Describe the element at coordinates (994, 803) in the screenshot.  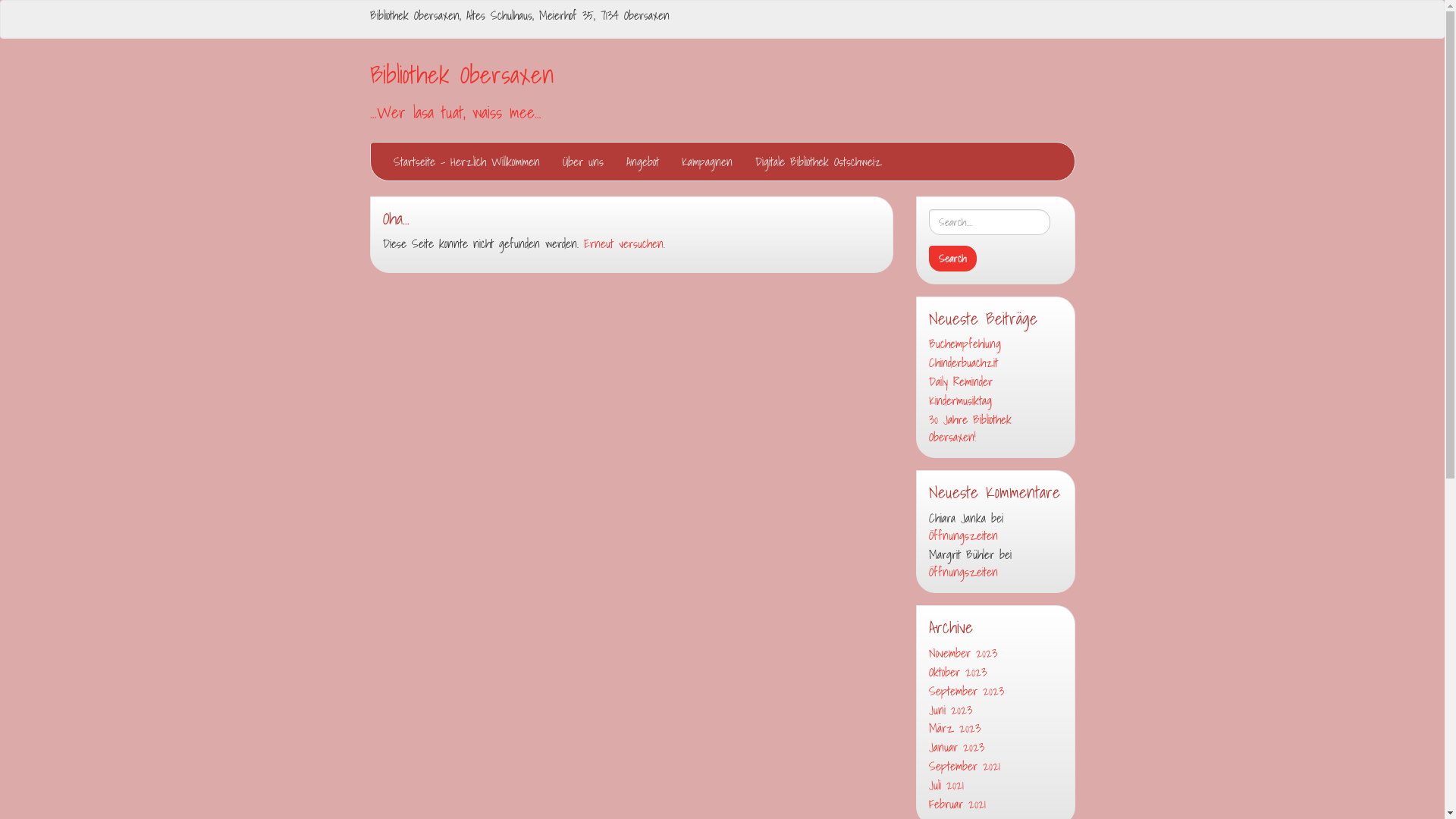
I see `'Februar 2021'` at that location.